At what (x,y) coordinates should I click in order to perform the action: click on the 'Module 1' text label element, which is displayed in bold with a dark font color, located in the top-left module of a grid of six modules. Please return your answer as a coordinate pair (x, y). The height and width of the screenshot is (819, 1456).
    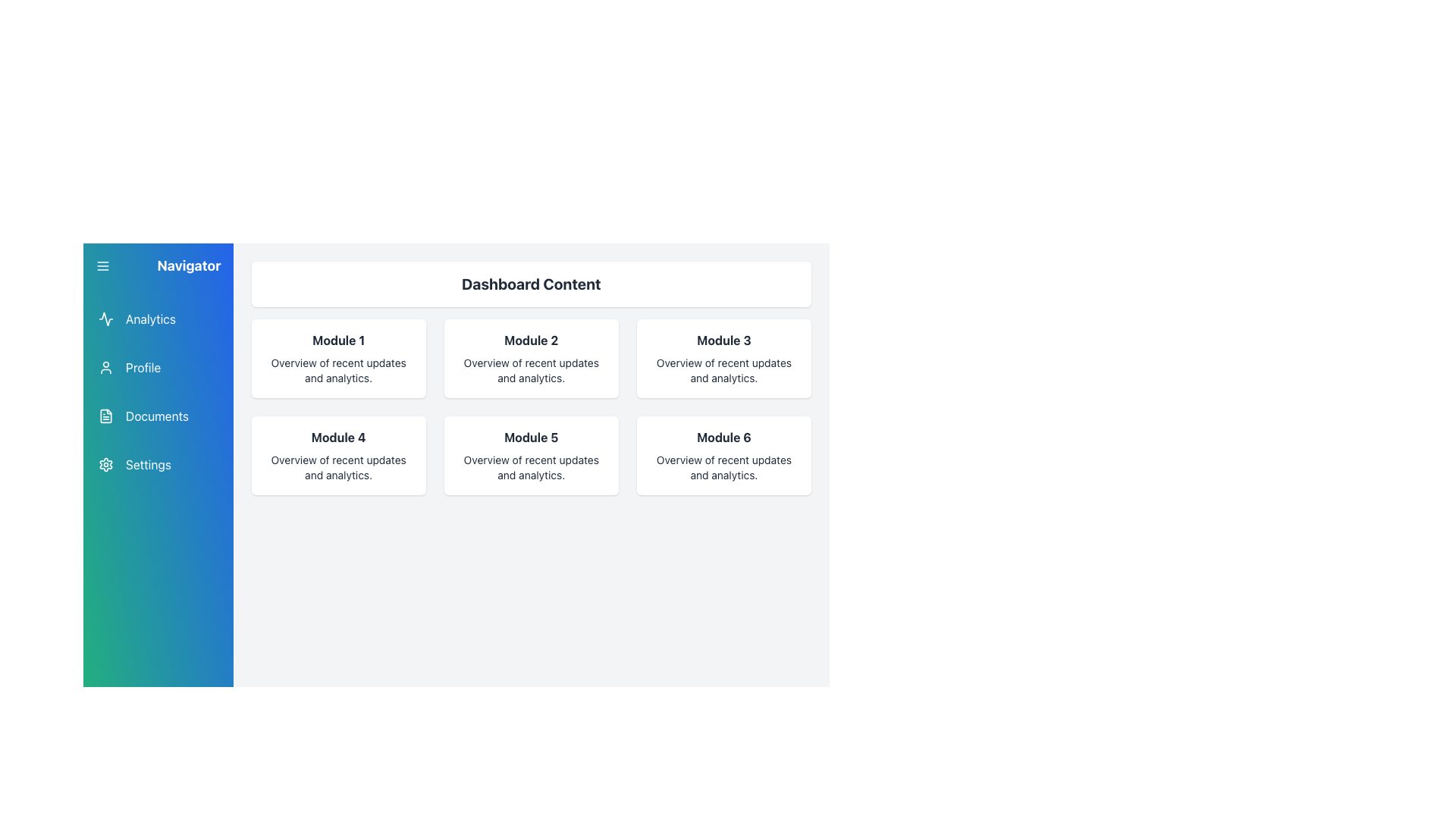
    Looking at the image, I should click on (337, 339).